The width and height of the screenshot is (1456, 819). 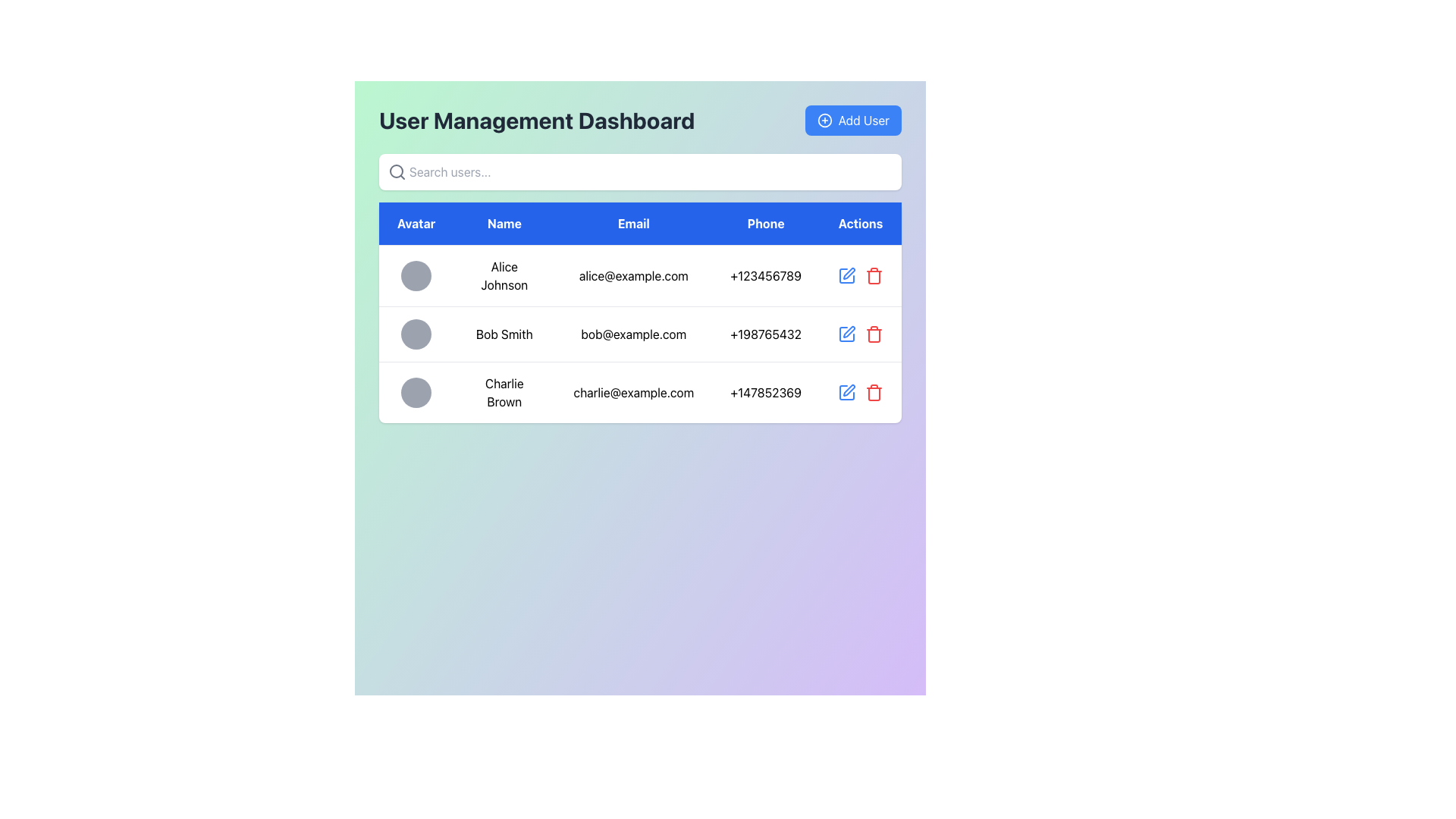 I want to click on the avatar placeholder for the user profile located in the first row under the 'Avatar' column next to 'Alice Johnson', so click(x=416, y=275).